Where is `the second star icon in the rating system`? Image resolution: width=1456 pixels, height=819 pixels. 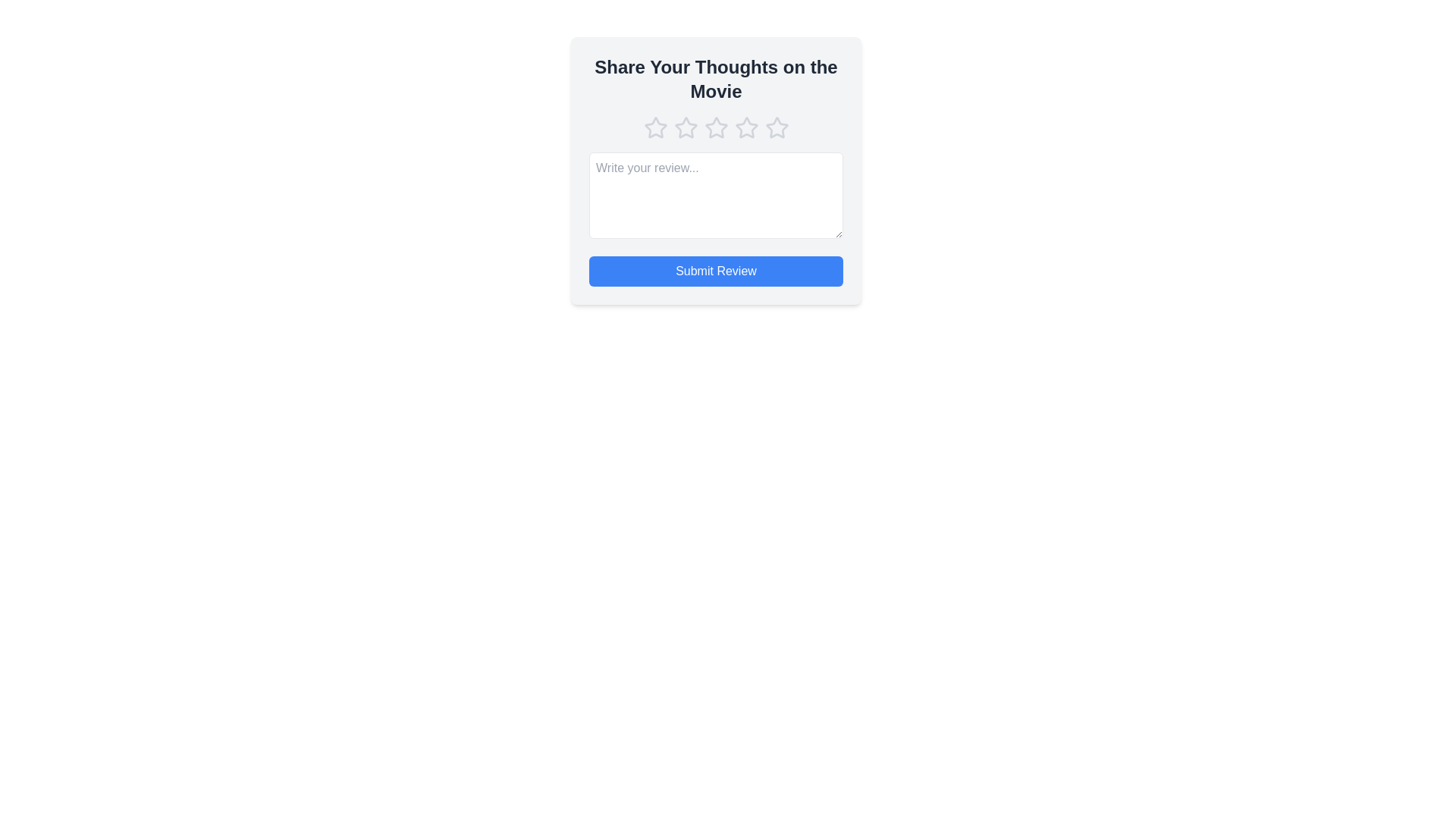
the second star icon in the rating system is located at coordinates (685, 127).